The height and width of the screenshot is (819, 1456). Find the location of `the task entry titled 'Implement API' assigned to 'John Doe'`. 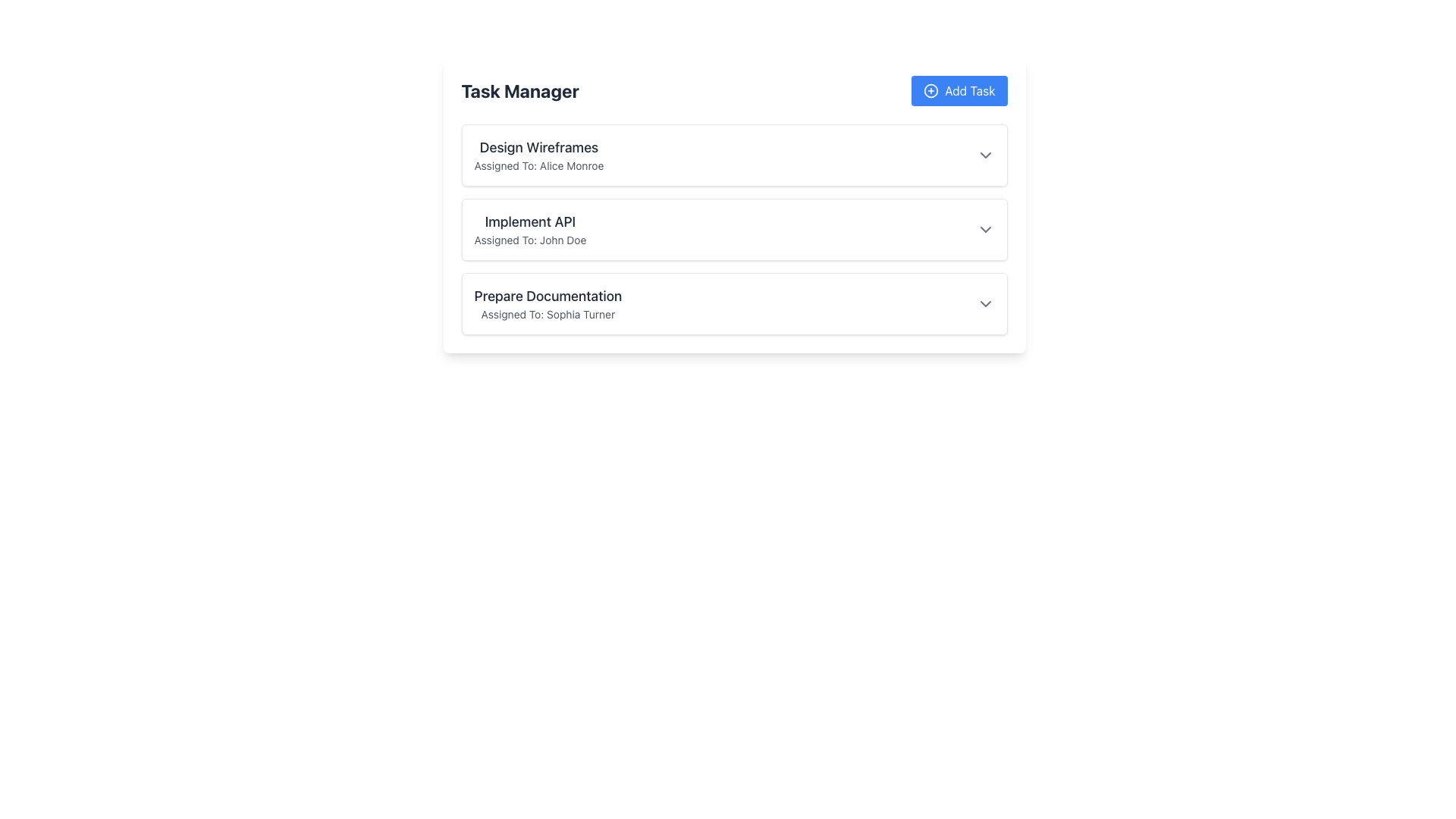

the task entry titled 'Implement API' assigned to 'John Doe' is located at coordinates (530, 230).